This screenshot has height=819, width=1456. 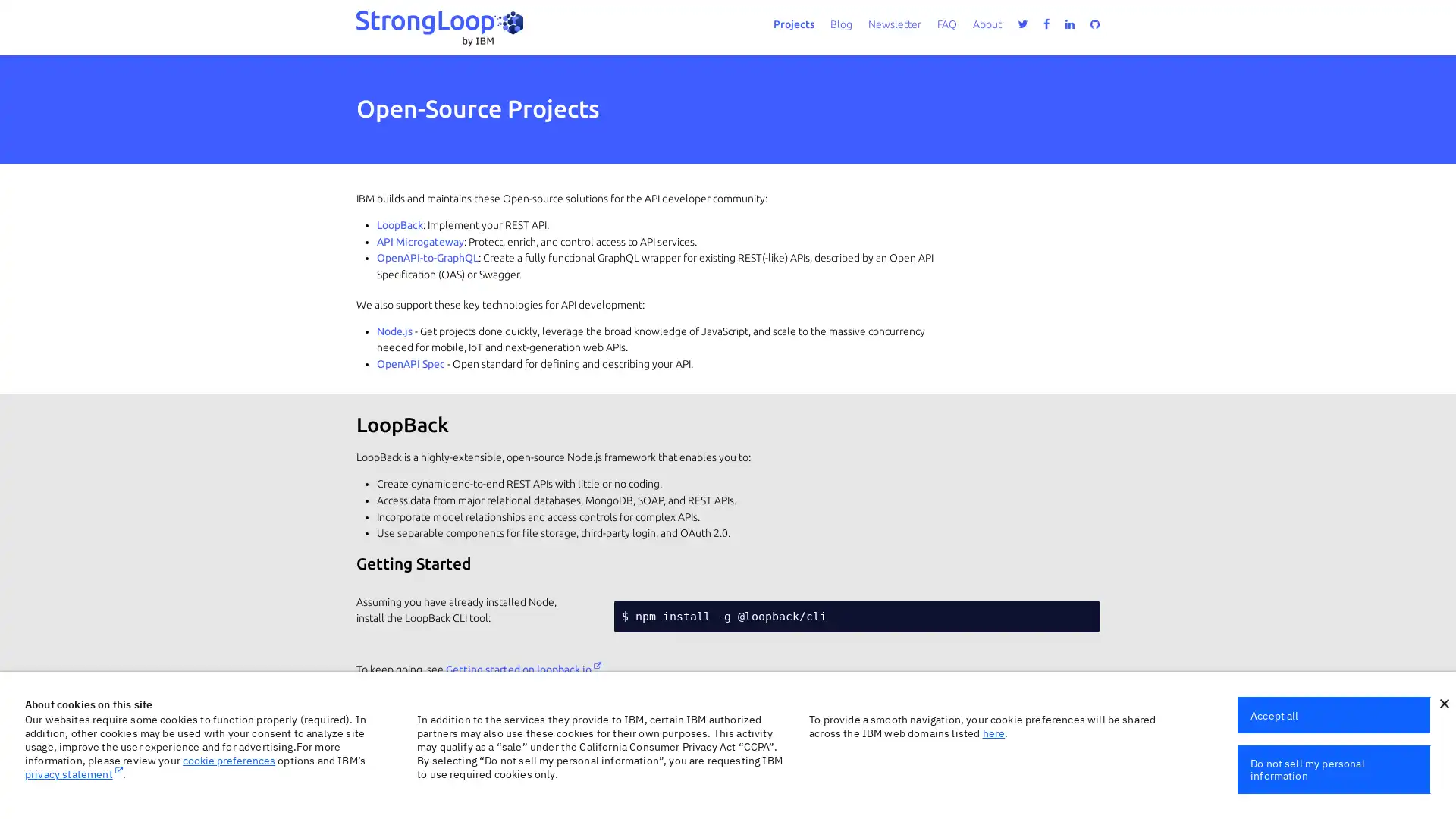 I want to click on Do not sell my personal information, so click(x=1333, y=769).